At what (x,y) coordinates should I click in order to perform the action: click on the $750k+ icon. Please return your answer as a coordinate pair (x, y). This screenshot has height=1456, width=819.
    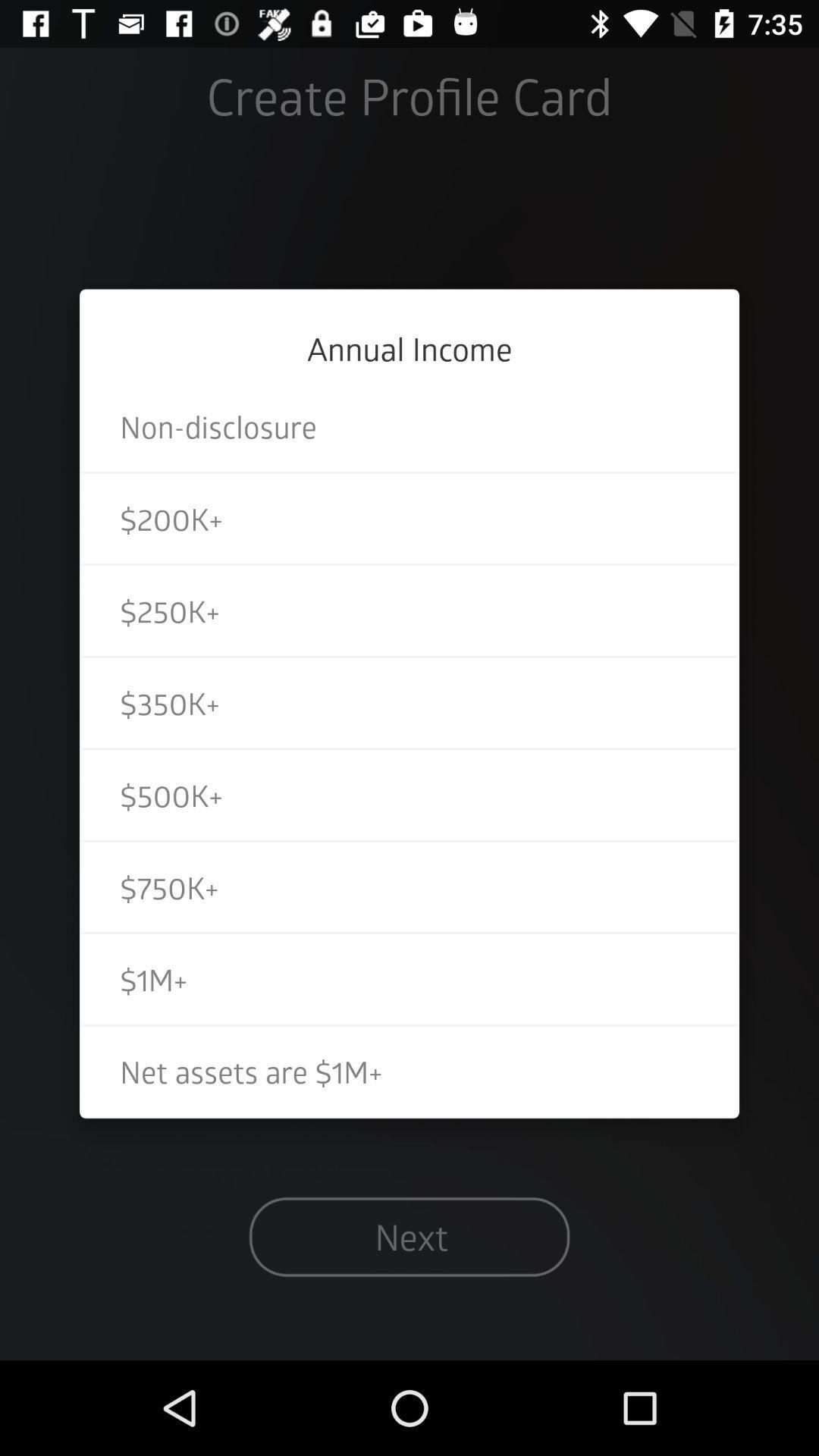
    Looking at the image, I should click on (409, 887).